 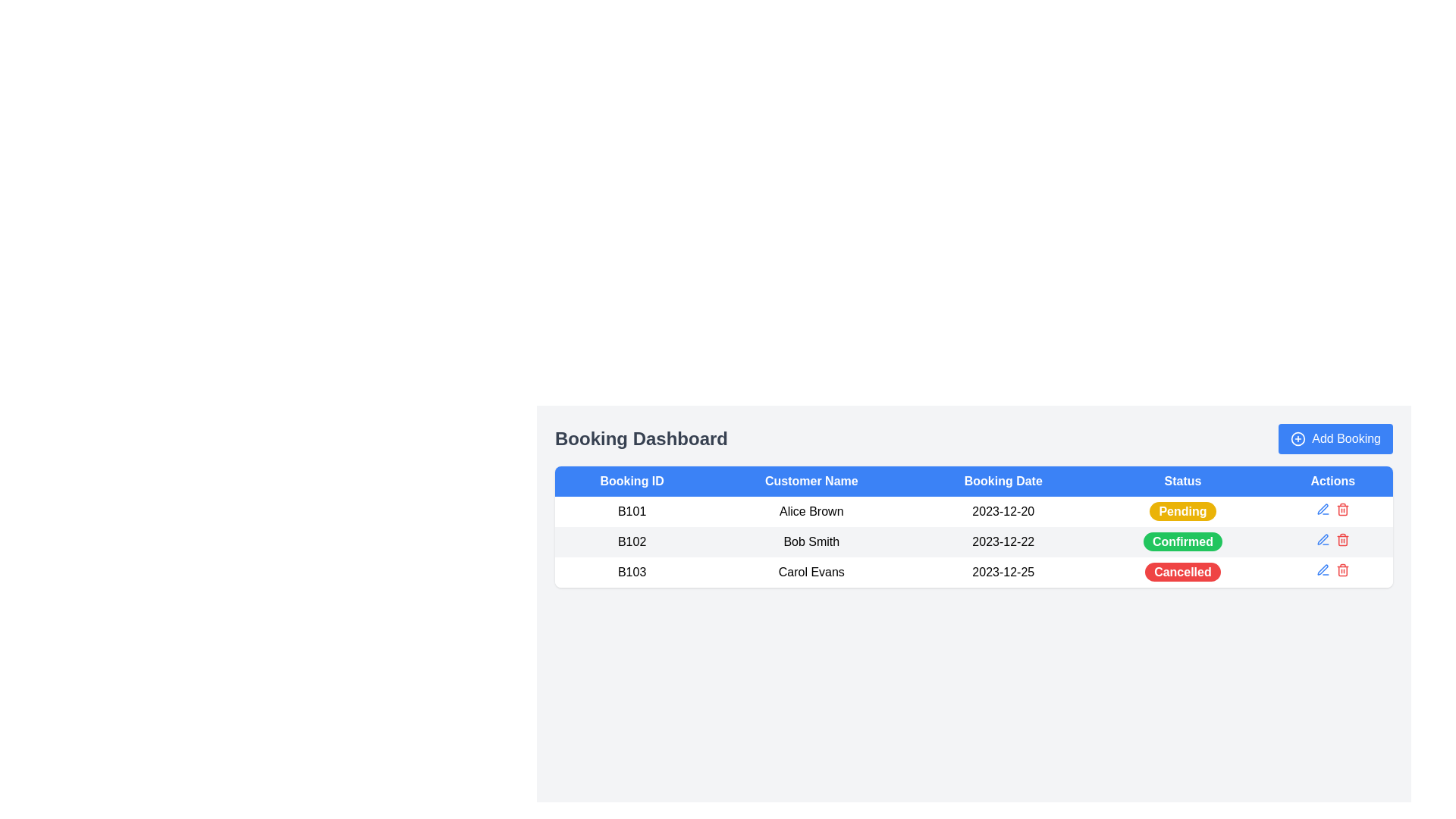 What do you see at coordinates (1322, 509) in the screenshot?
I see `the edit icon represented by a pen SVG graphic in the Actions column for booking ID 'B102'` at bounding box center [1322, 509].